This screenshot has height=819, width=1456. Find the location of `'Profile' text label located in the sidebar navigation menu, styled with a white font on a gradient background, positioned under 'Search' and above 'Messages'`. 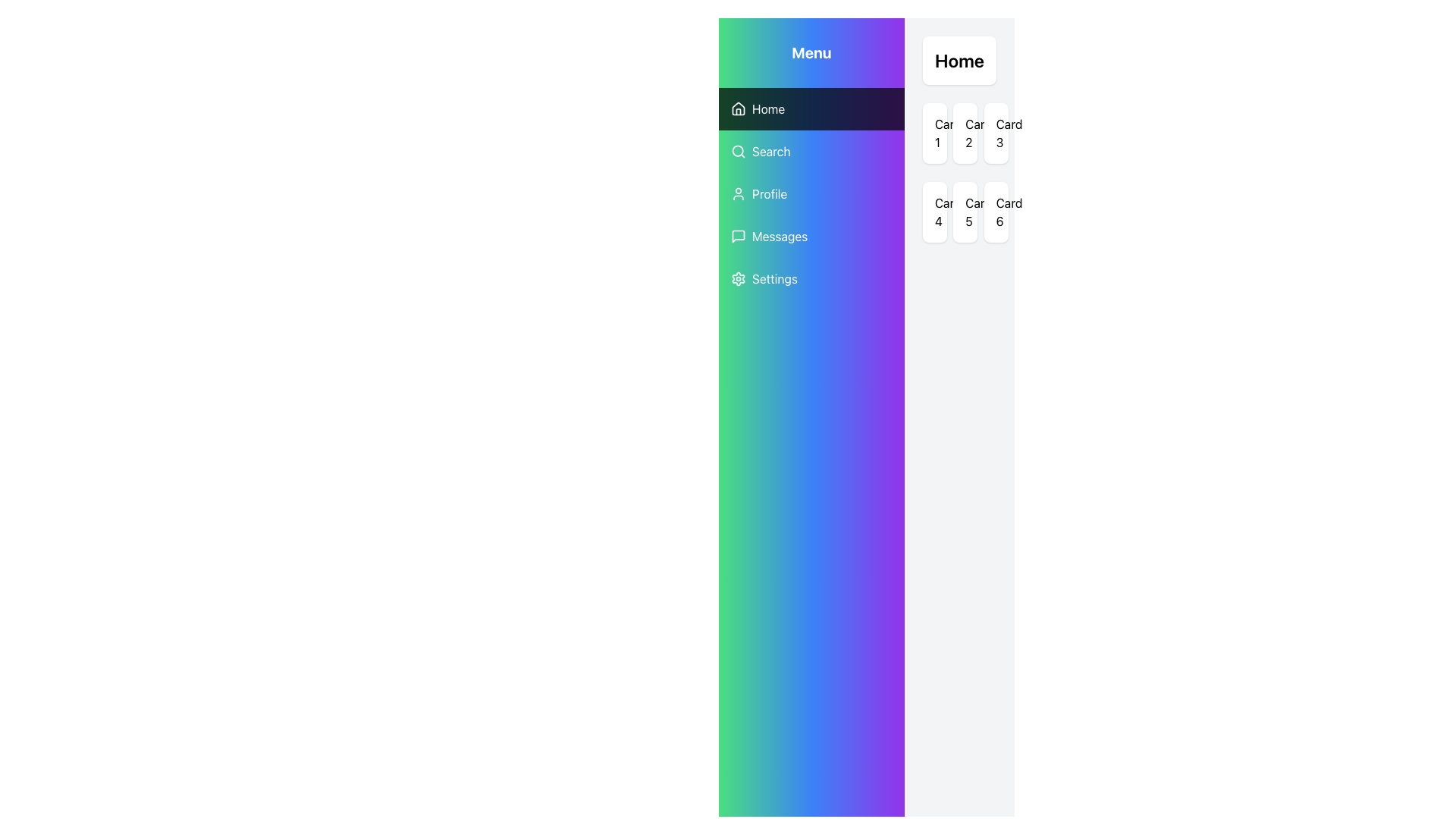

'Profile' text label located in the sidebar navigation menu, styled with a white font on a gradient background, positioned under 'Search' and above 'Messages' is located at coordinates (770, 193).